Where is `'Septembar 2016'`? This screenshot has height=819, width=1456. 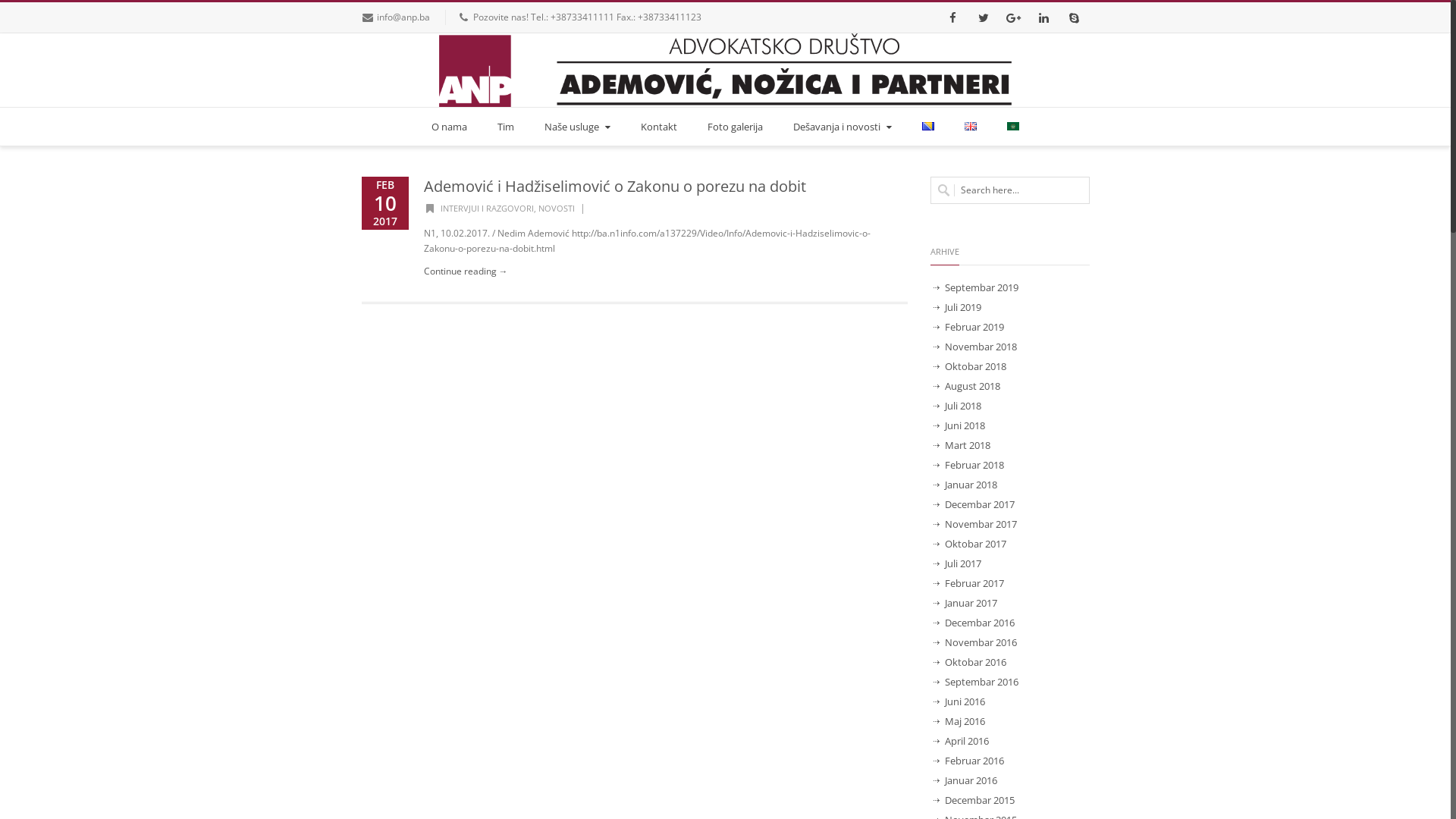
'Septembar 2016' is located at coordinates (976, 680).